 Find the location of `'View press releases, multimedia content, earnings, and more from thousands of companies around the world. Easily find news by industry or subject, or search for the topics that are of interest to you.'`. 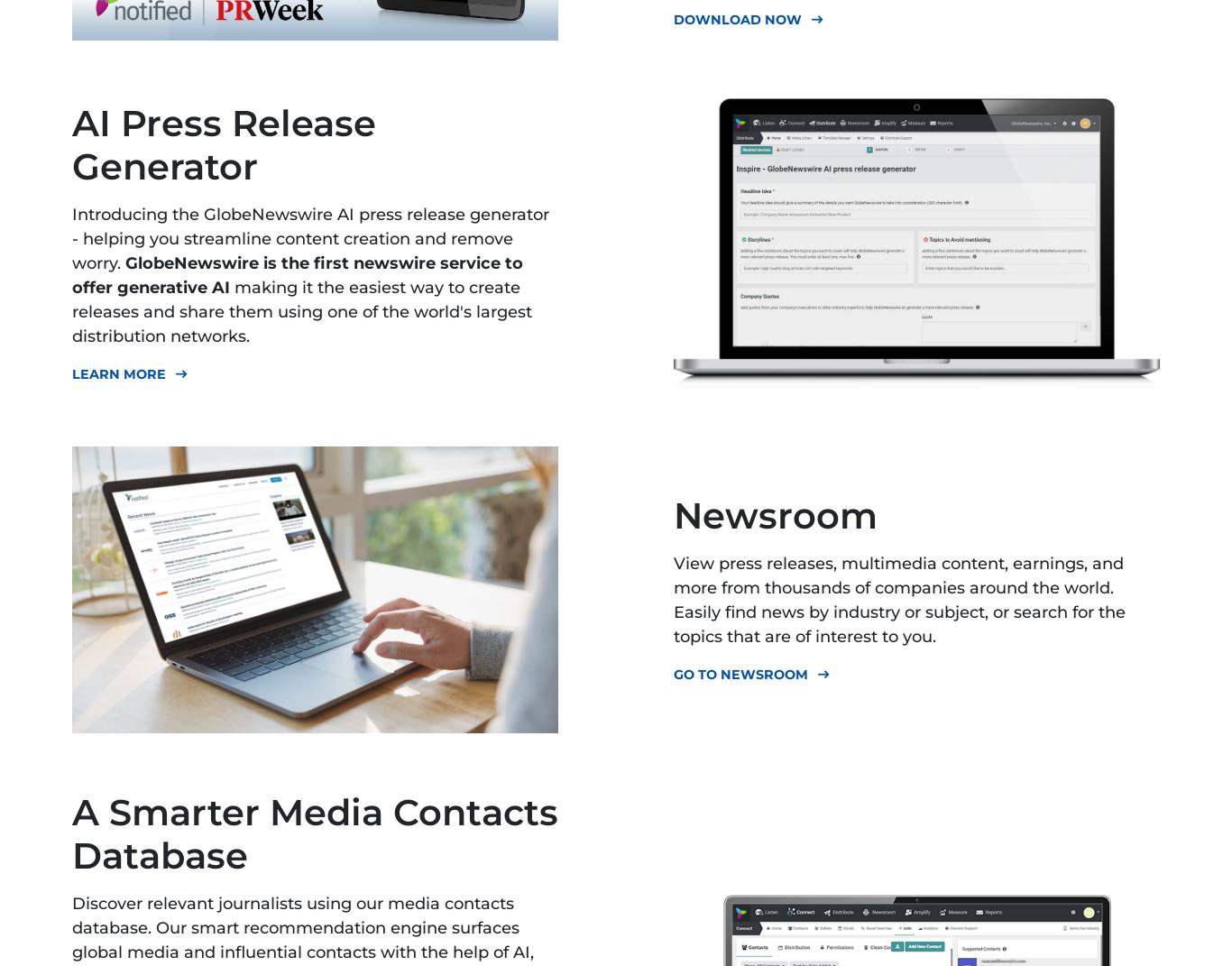

'View press releases, multimedia content, earnings, and more from thousands of companies around the world. Easily find news by industry or subject, or search for the topics that are of interest to you.' is located at coordinates (899, 599).